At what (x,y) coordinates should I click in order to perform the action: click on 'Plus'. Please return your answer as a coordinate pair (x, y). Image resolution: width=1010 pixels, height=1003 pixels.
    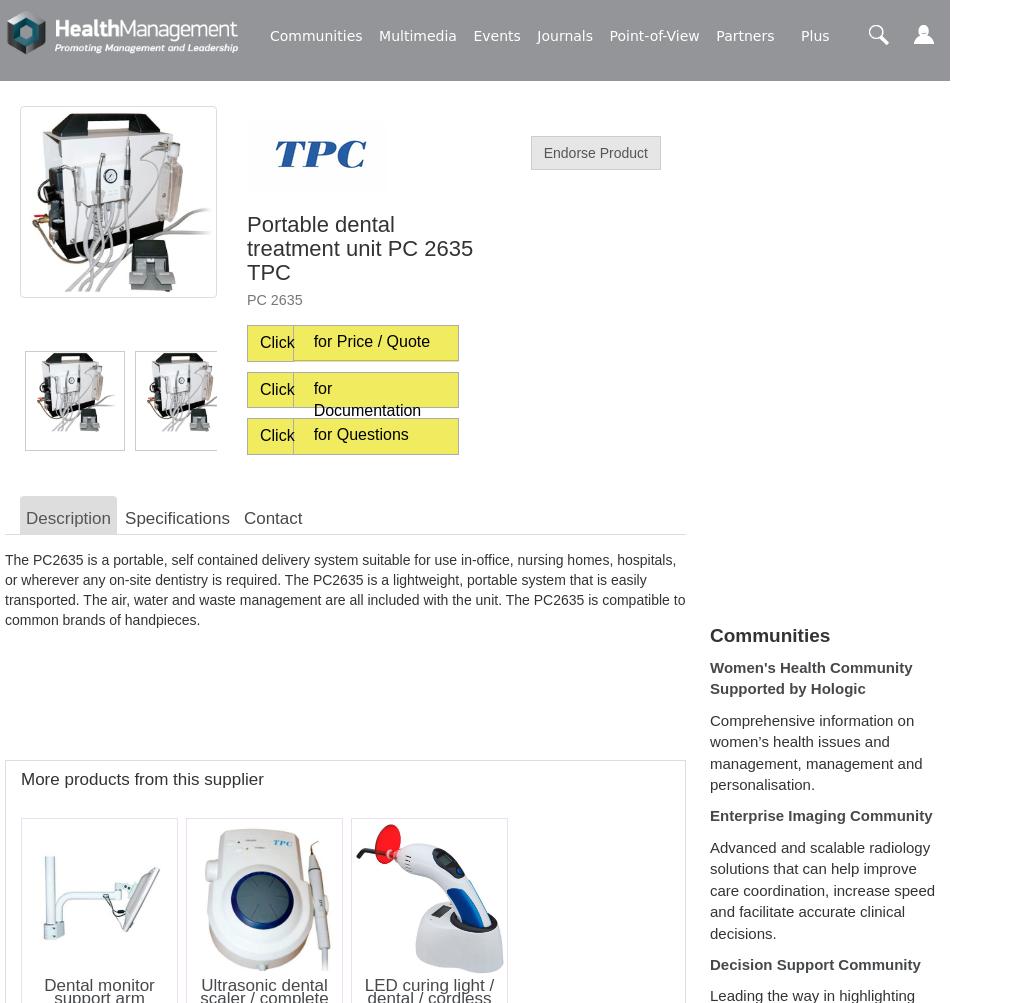
    Looking at the image, I should click on (814, 36).